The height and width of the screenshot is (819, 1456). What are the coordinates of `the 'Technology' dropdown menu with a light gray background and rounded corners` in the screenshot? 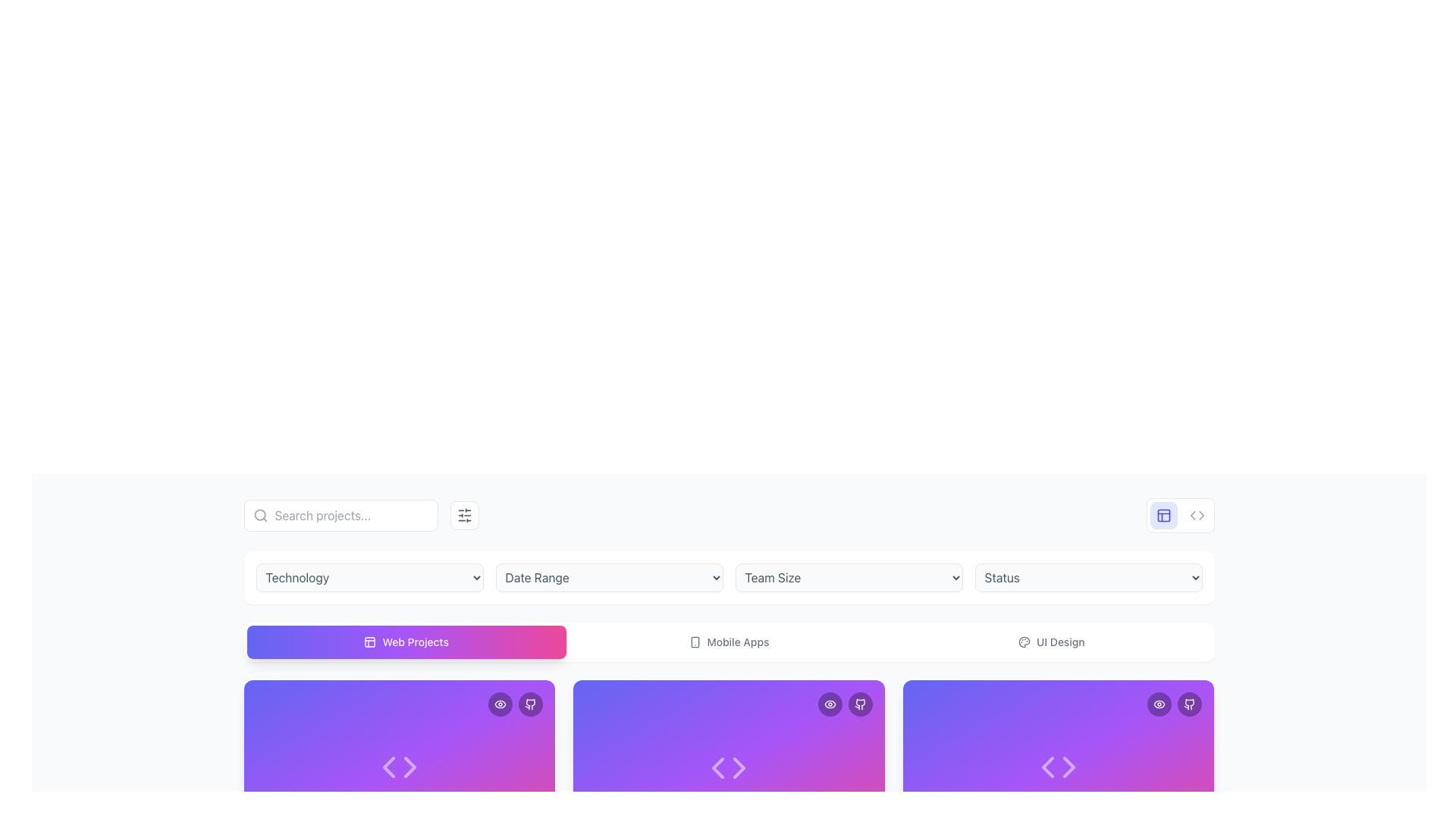 It's located at (369, 578).